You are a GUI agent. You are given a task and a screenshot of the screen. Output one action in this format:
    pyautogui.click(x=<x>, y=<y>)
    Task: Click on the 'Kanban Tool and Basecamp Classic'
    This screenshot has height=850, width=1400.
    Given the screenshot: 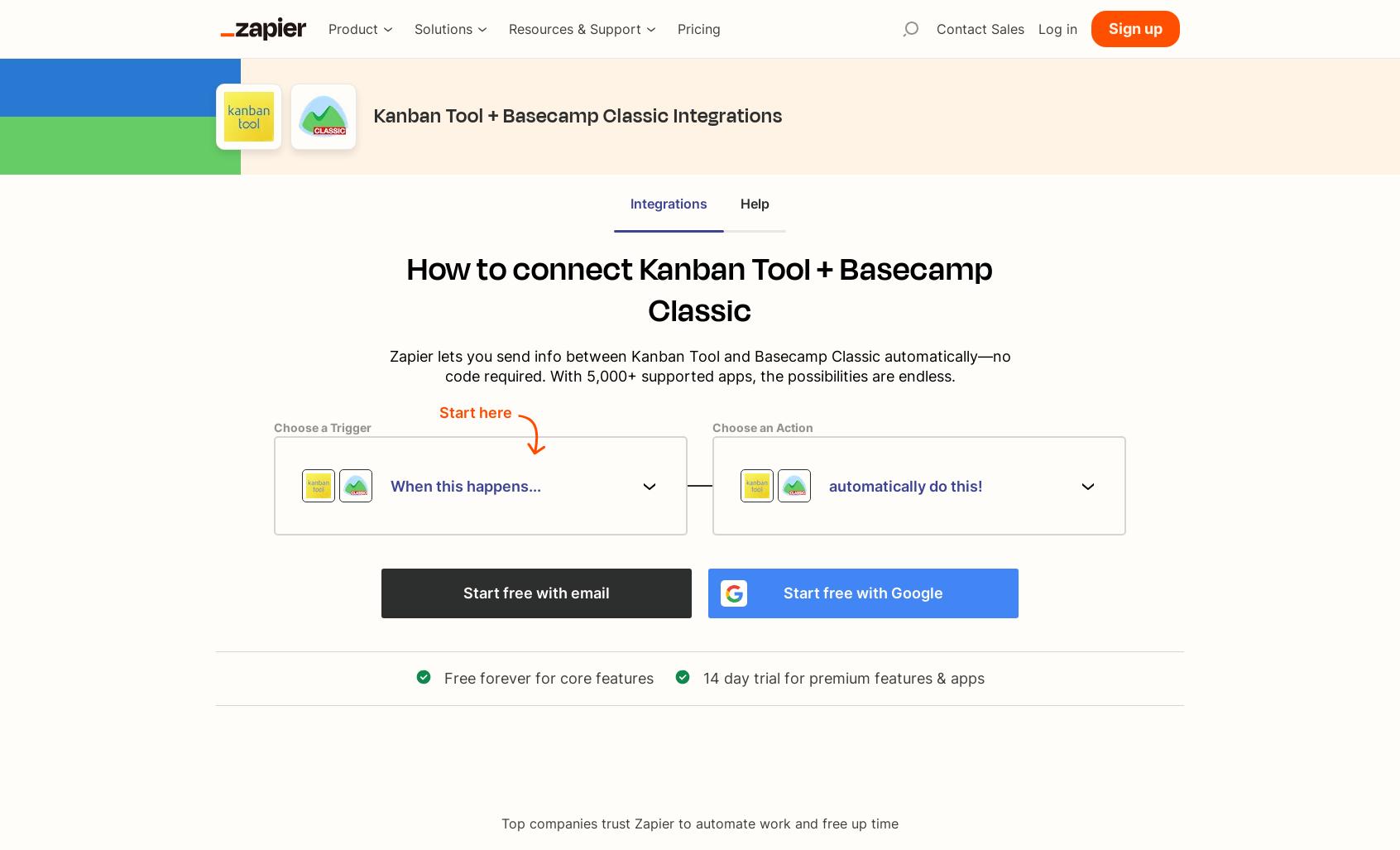 What is the action you would take?
    pyautogui.click(x=754, y=355)
    